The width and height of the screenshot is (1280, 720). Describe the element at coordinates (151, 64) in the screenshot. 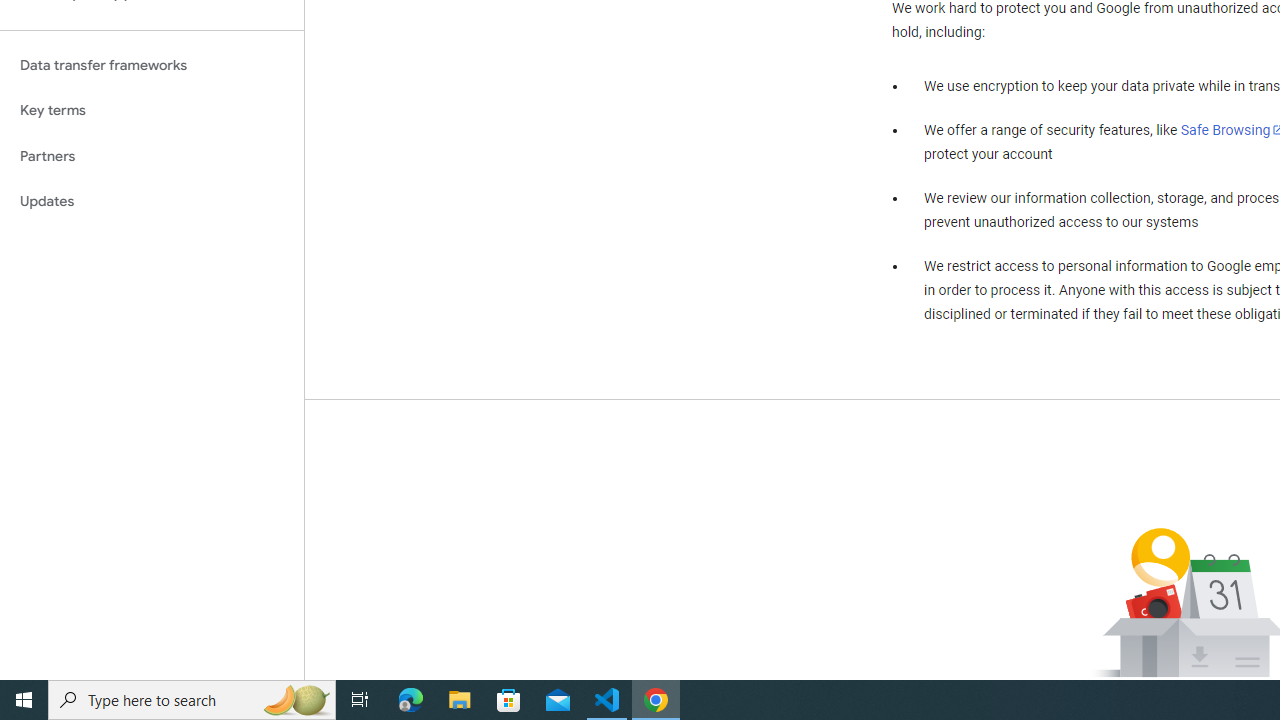

I see `'Data transfer frameworks'` at that location.